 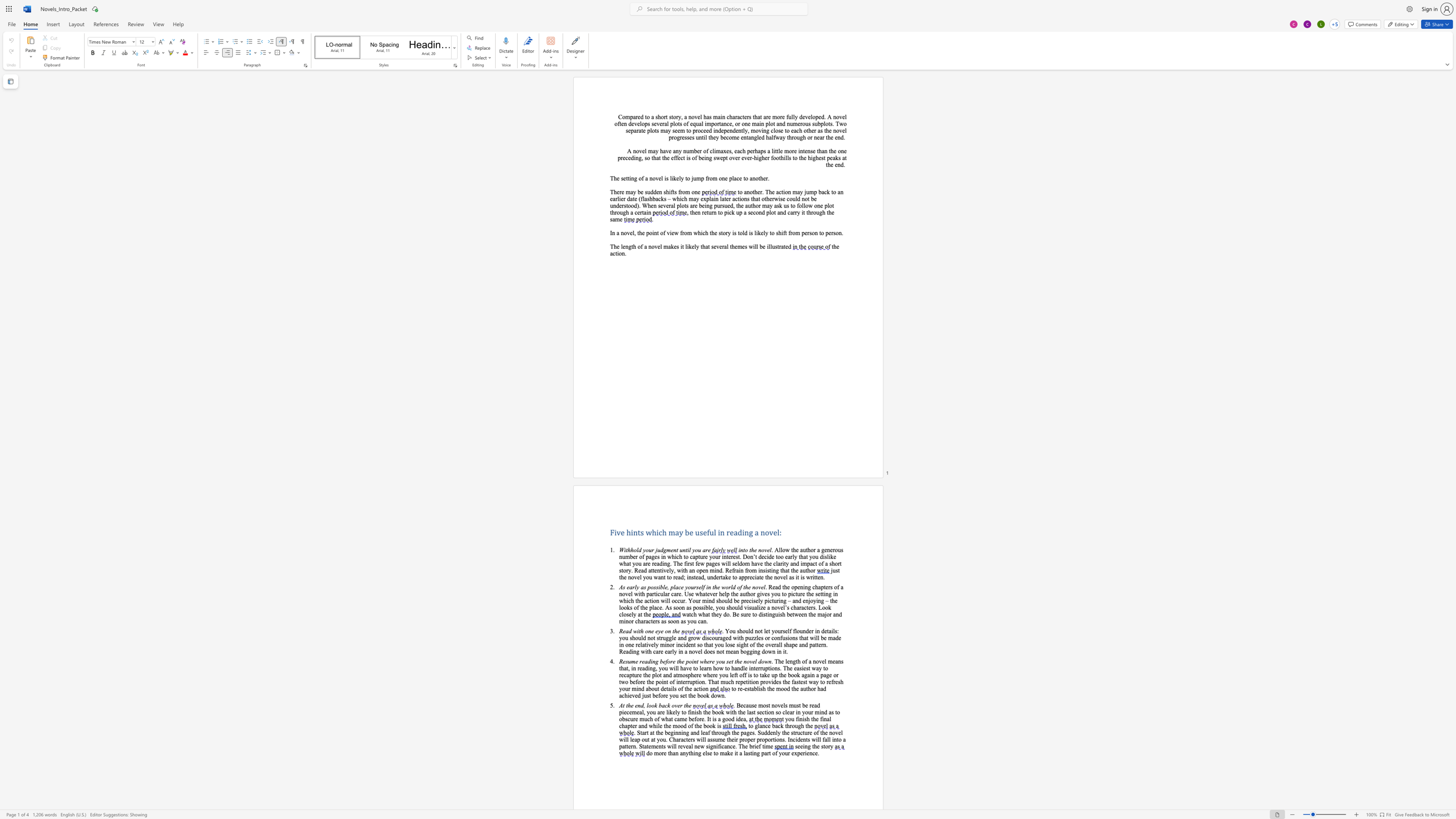 What do you see at coordinates (730, 116) in the screenshot?
I see `the 3th character "h" in the text` at bounding box center [730, 116].